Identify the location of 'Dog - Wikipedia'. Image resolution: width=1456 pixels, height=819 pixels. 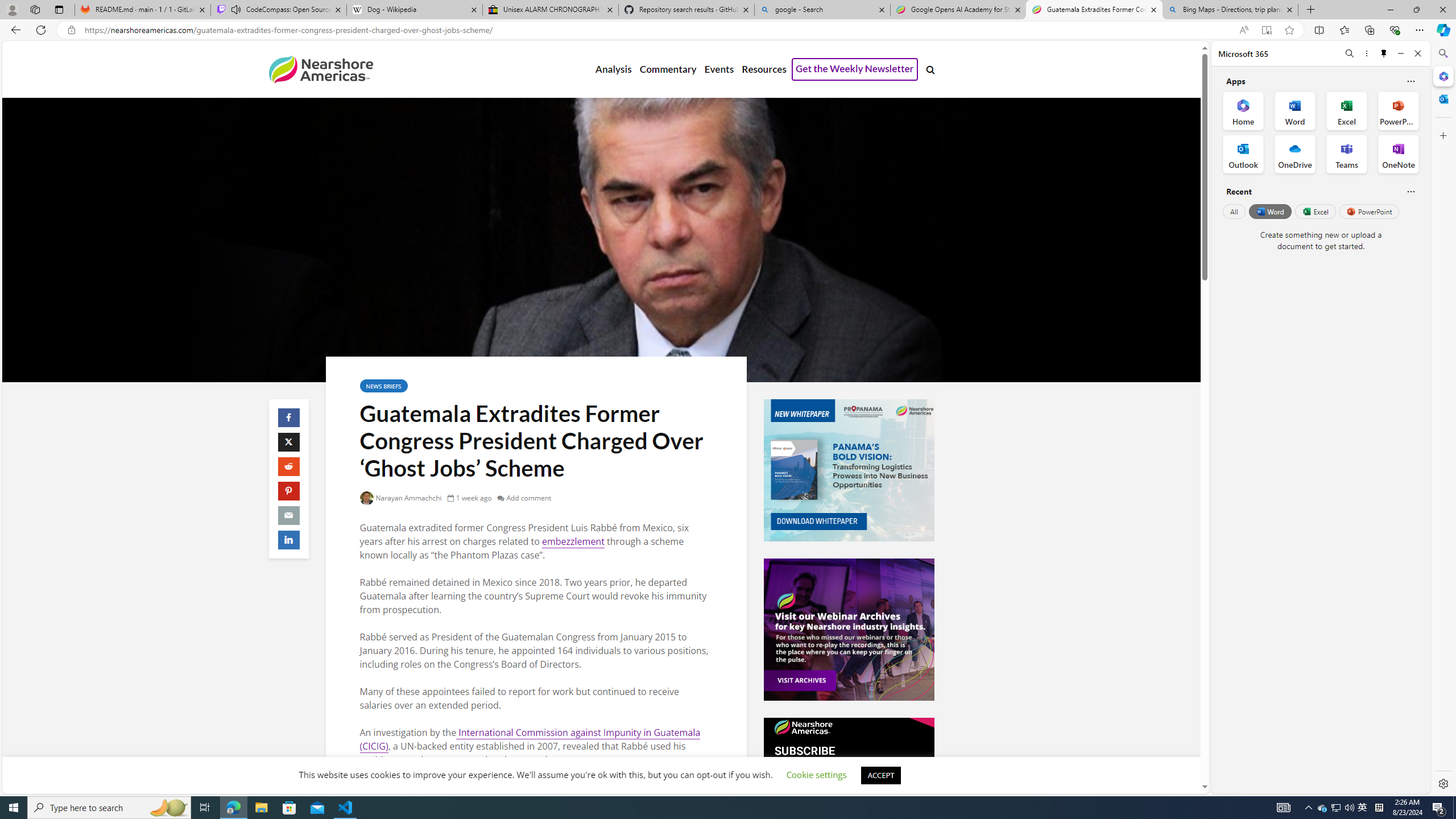
(415, 9).